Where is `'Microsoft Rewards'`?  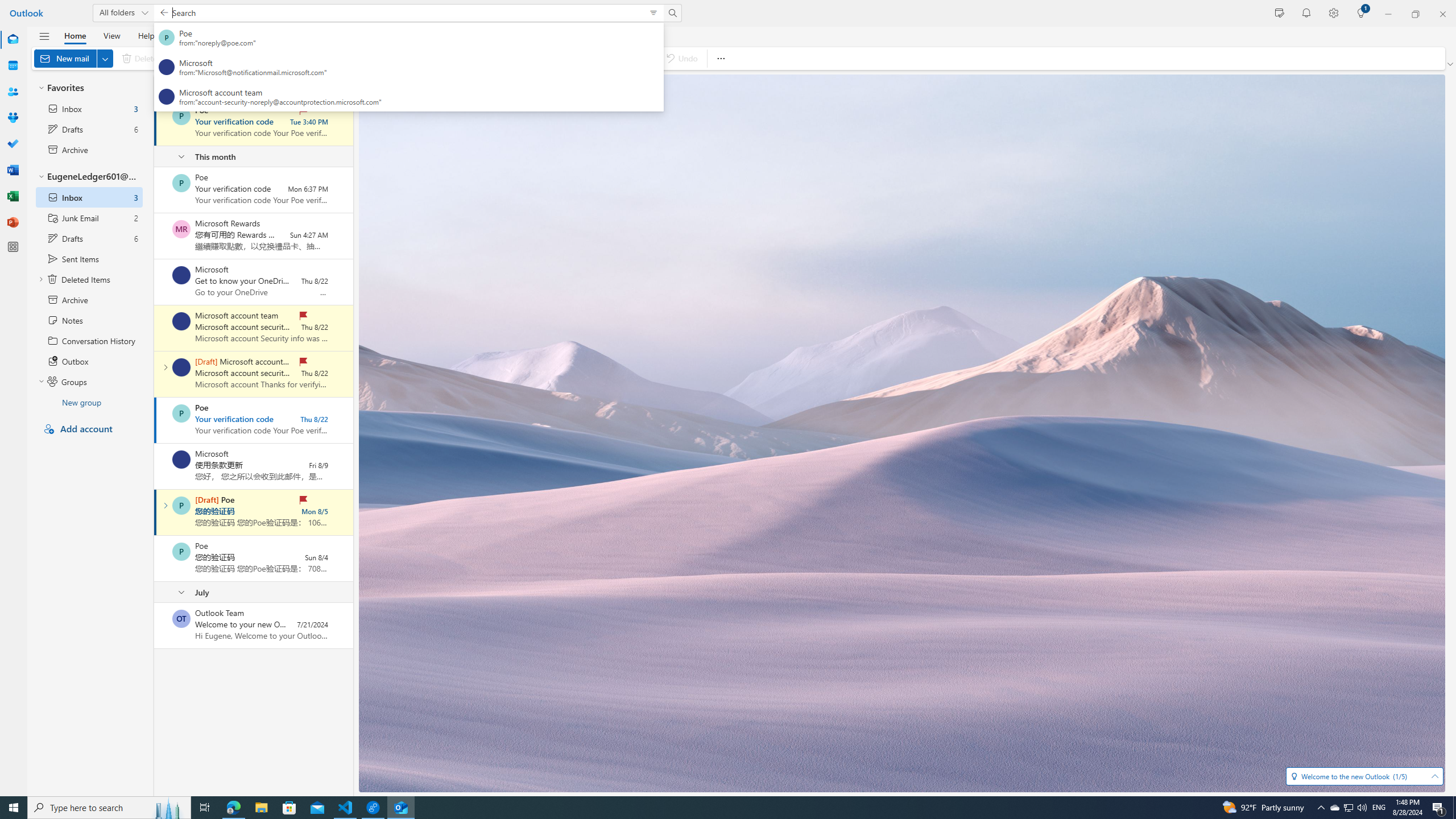
'Microsoft Rewards' is located at coordinates (180, 229).